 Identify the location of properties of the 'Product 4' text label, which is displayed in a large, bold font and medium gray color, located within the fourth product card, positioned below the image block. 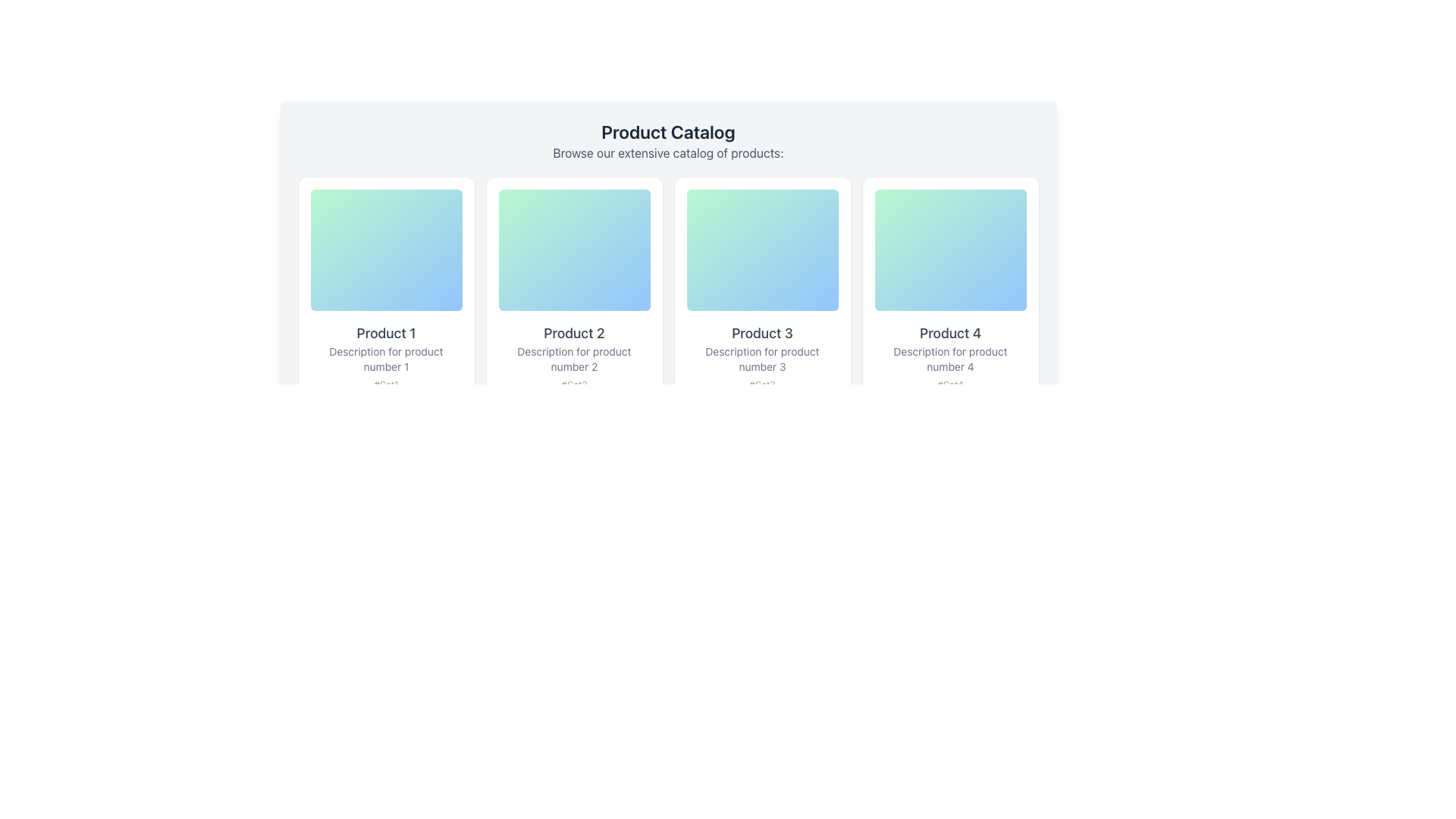
(949, 332).